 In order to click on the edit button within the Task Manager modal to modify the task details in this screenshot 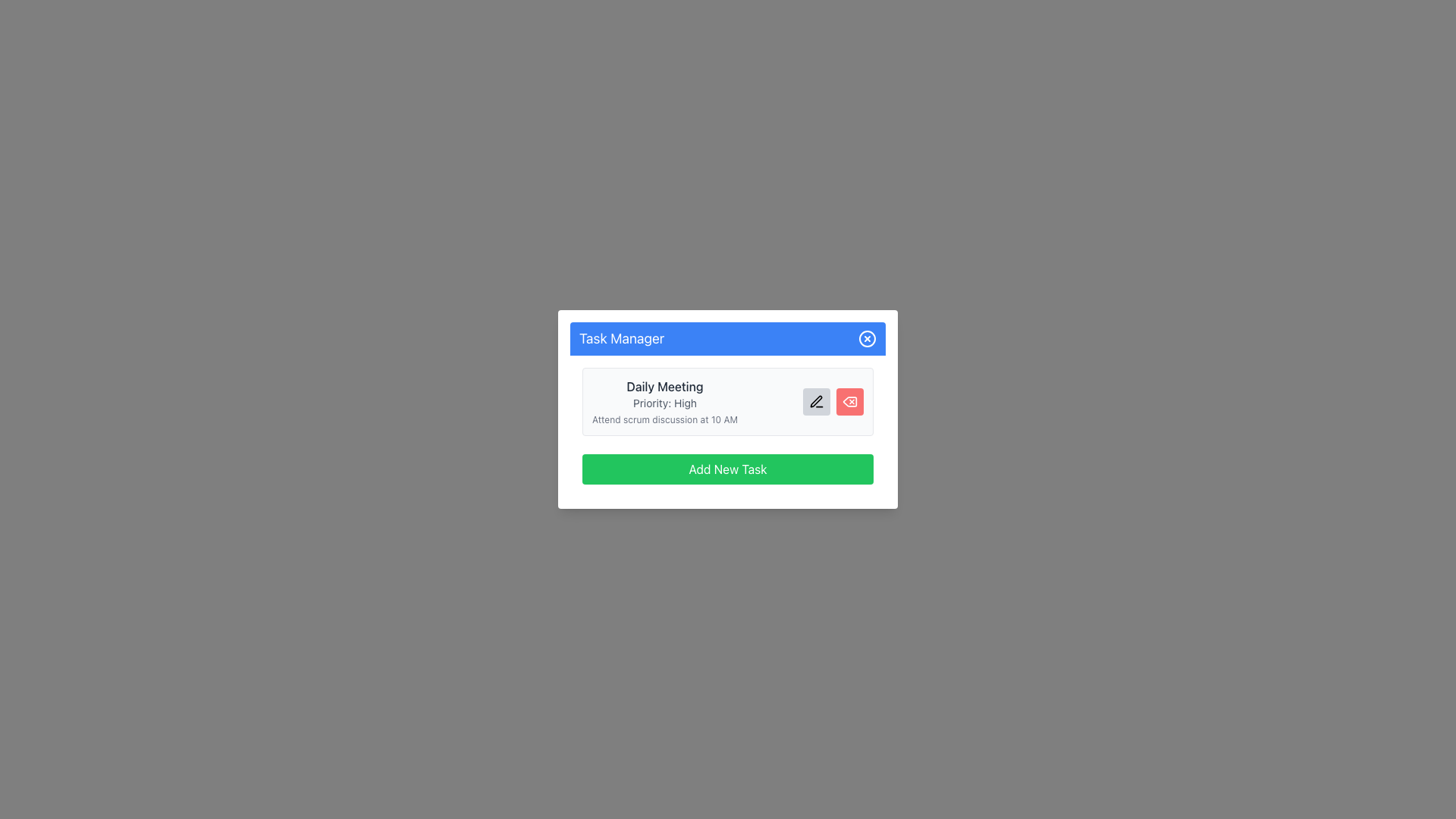, I will do `click(728, 426)`.